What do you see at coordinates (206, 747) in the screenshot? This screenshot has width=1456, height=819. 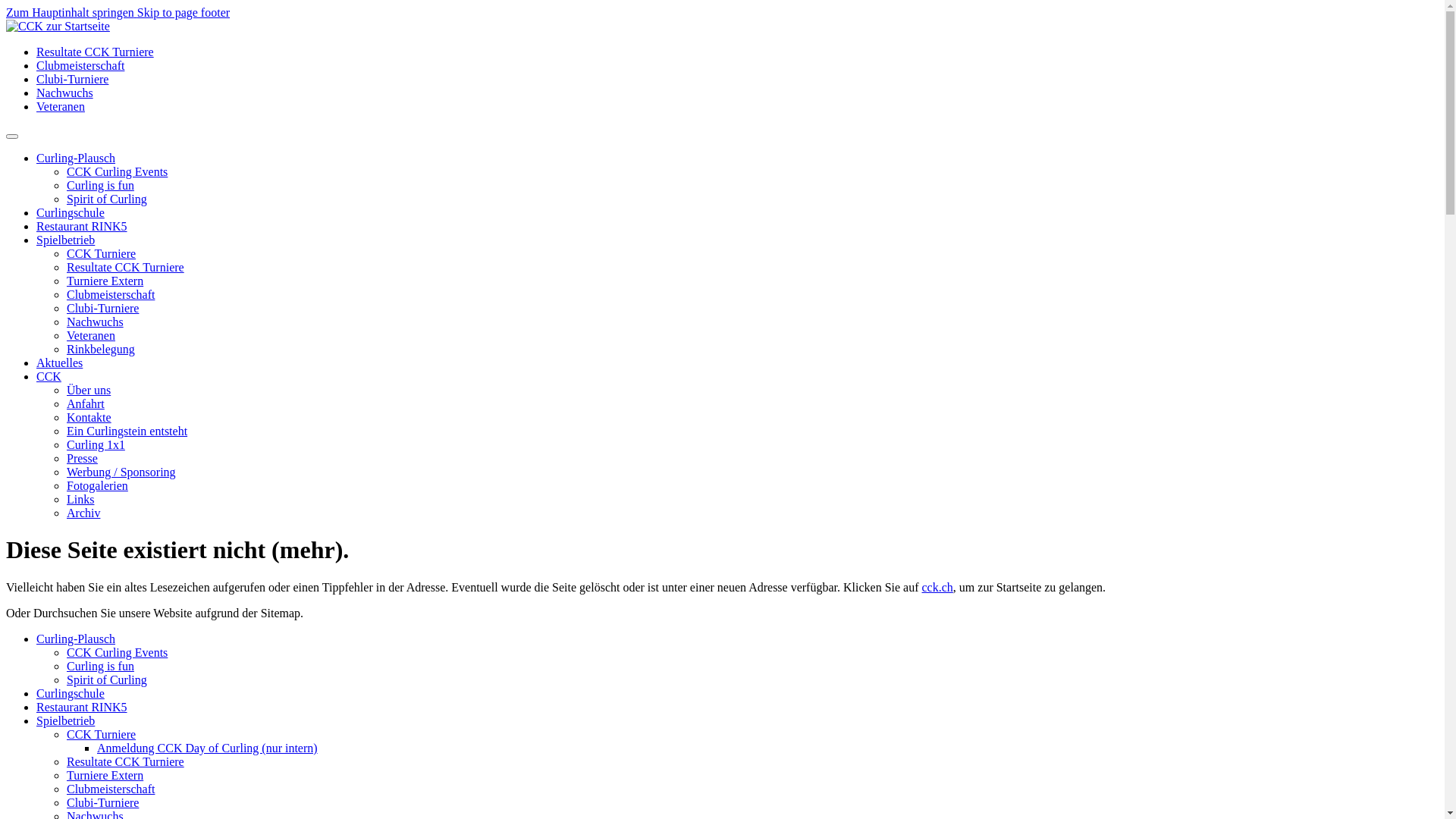 I see `'Anmeldung CCK Day of Curling (nur intern)'` at bounding box center [206, 747].